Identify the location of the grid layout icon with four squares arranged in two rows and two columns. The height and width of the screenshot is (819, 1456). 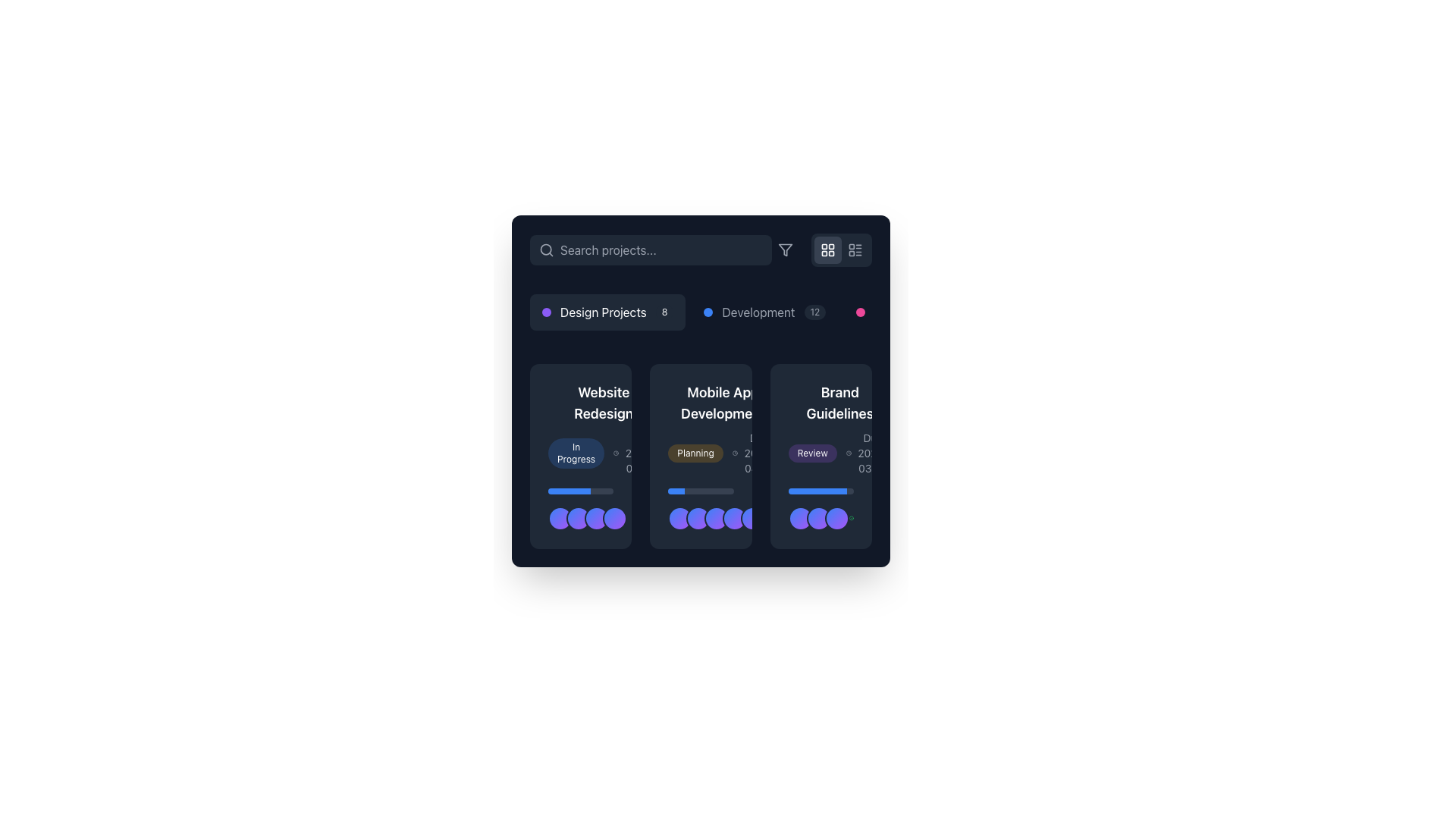
(827, 249).